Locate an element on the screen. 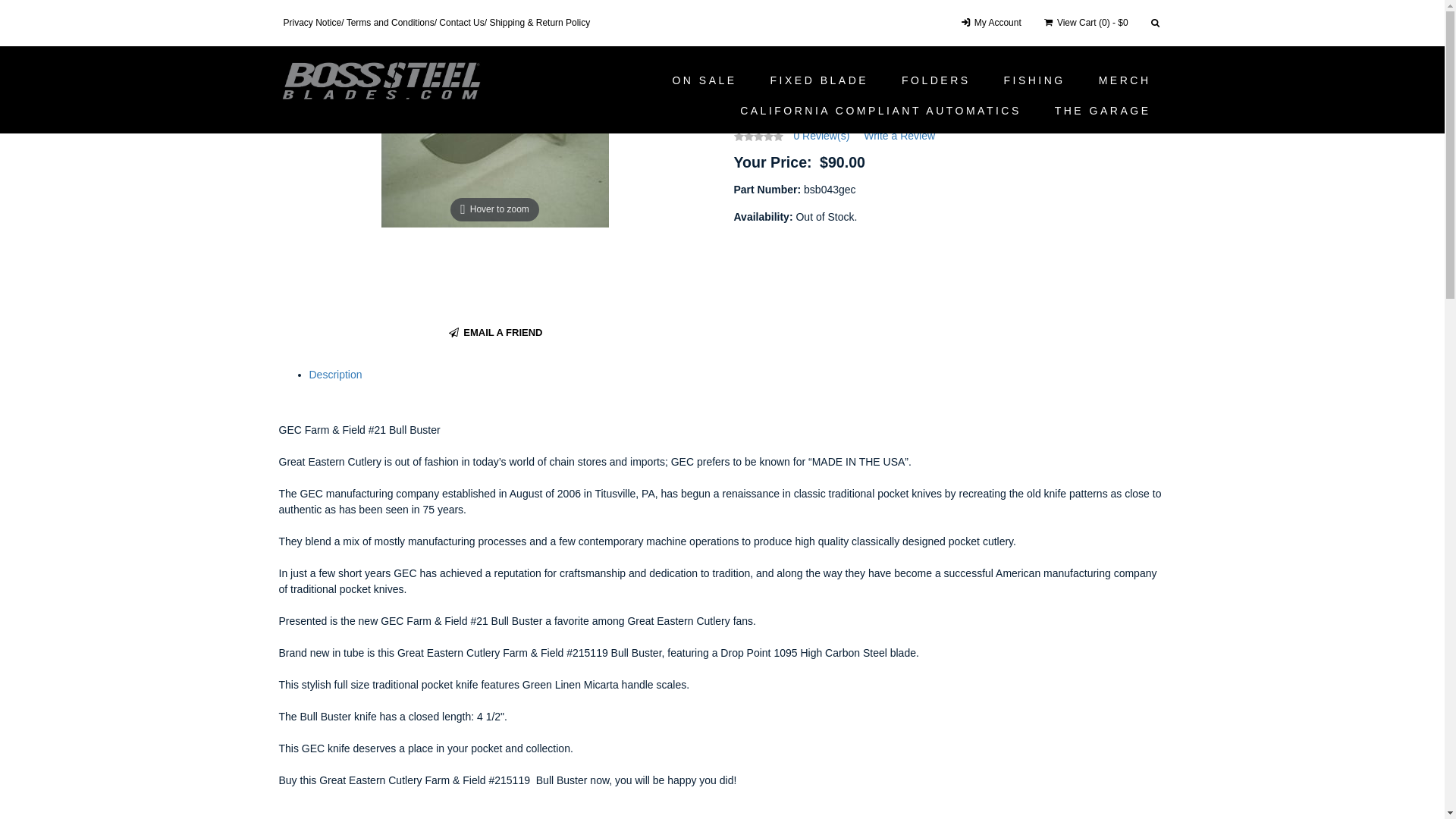  'THE GARAGE' is located at coordinates (1103, 110).